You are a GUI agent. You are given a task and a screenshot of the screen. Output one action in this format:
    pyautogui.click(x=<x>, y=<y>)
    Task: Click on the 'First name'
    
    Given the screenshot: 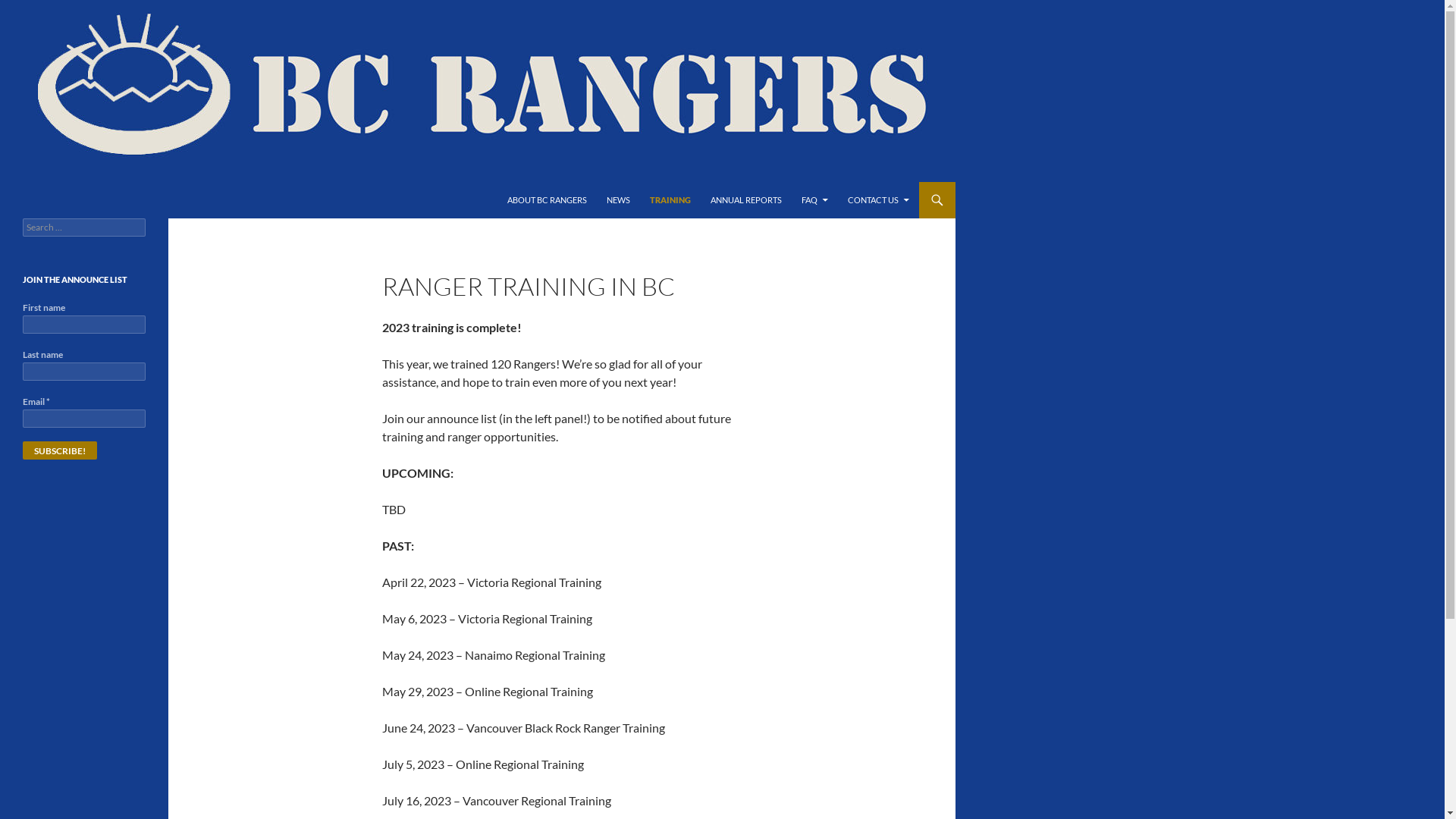 What is the action you would take?
    pyautogui.click(x=83, y=324)
    